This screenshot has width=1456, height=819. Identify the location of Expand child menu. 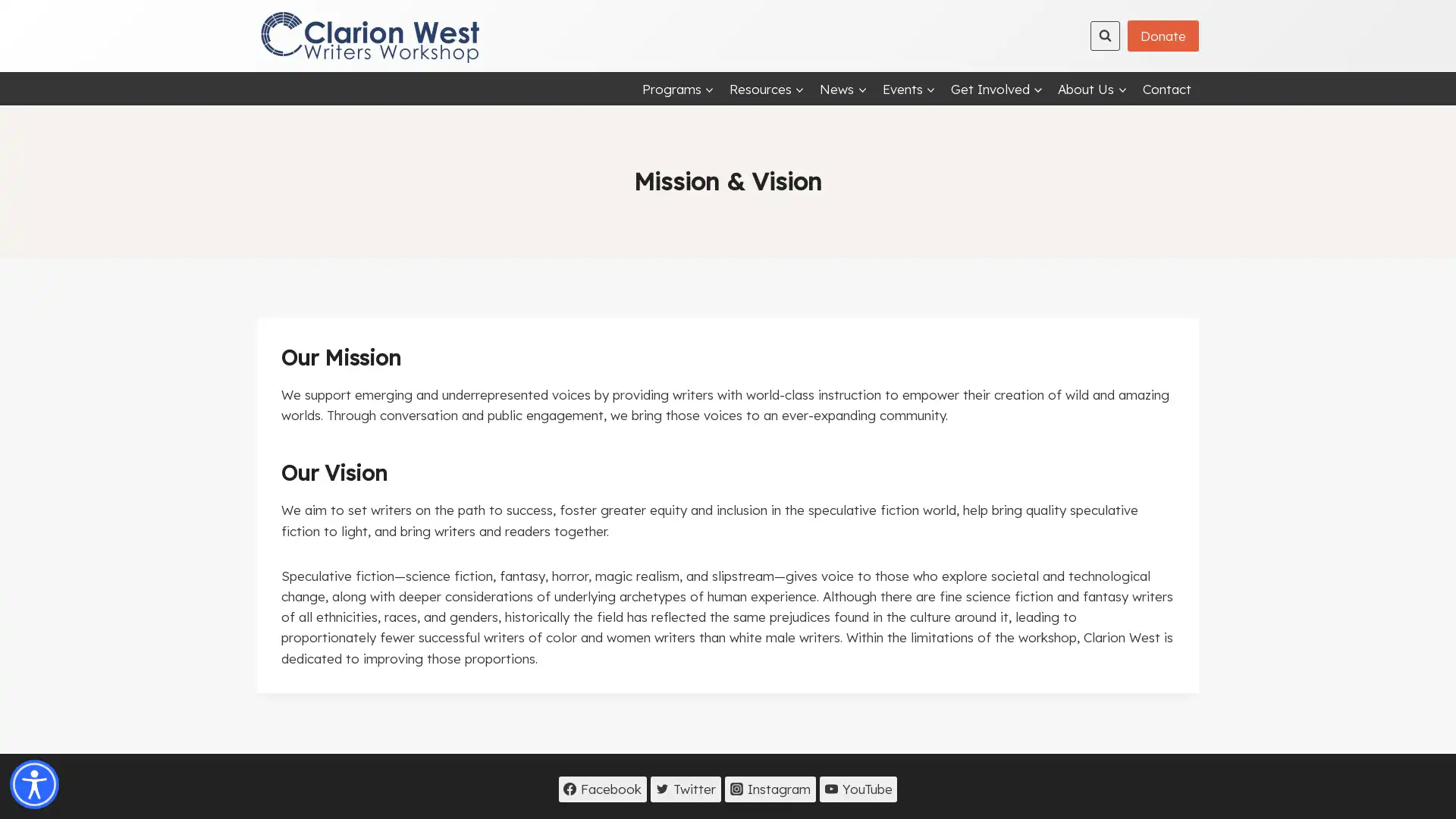
(843, 88).